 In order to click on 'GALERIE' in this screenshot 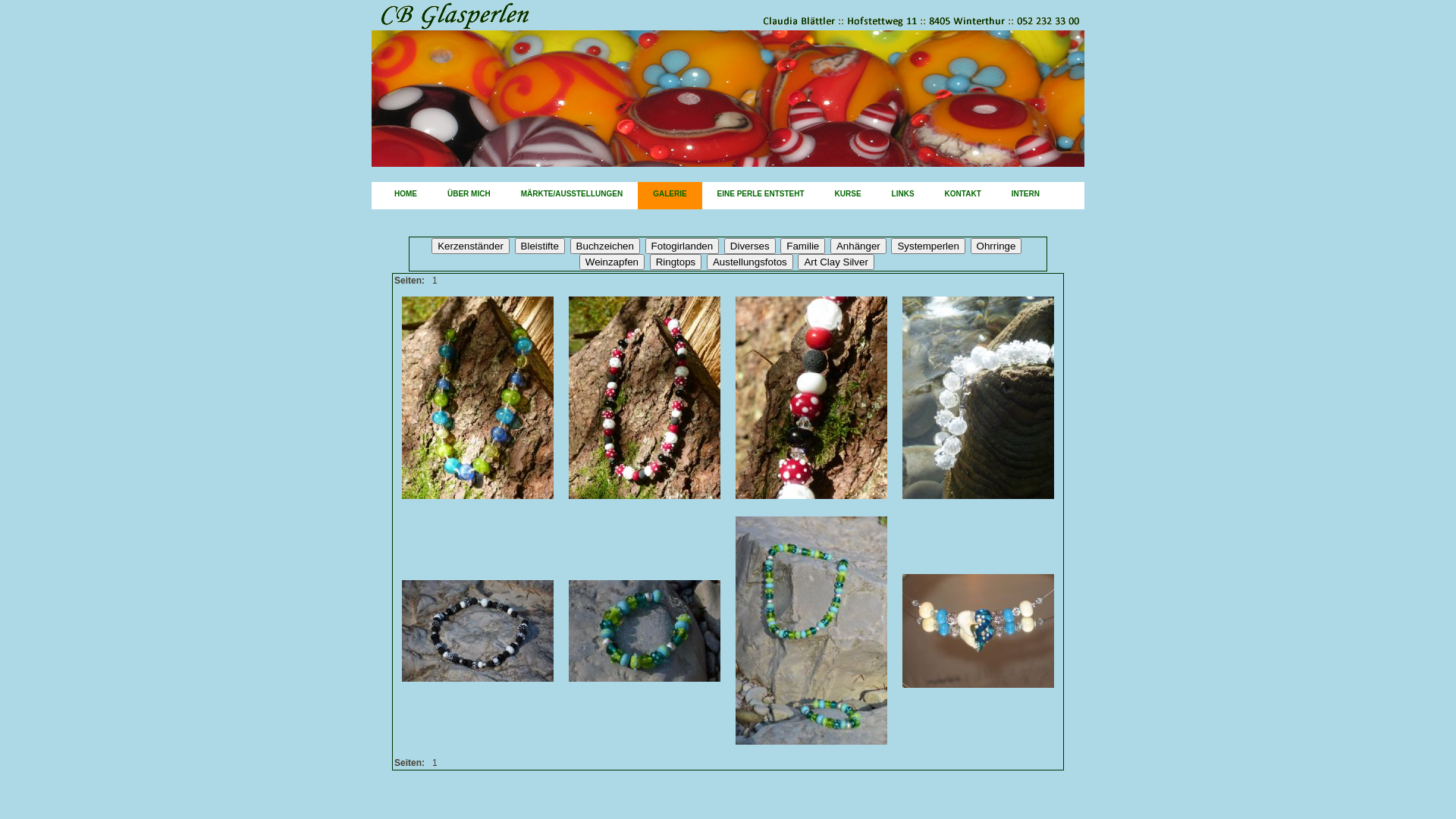, I will do `click(669, 195)`.